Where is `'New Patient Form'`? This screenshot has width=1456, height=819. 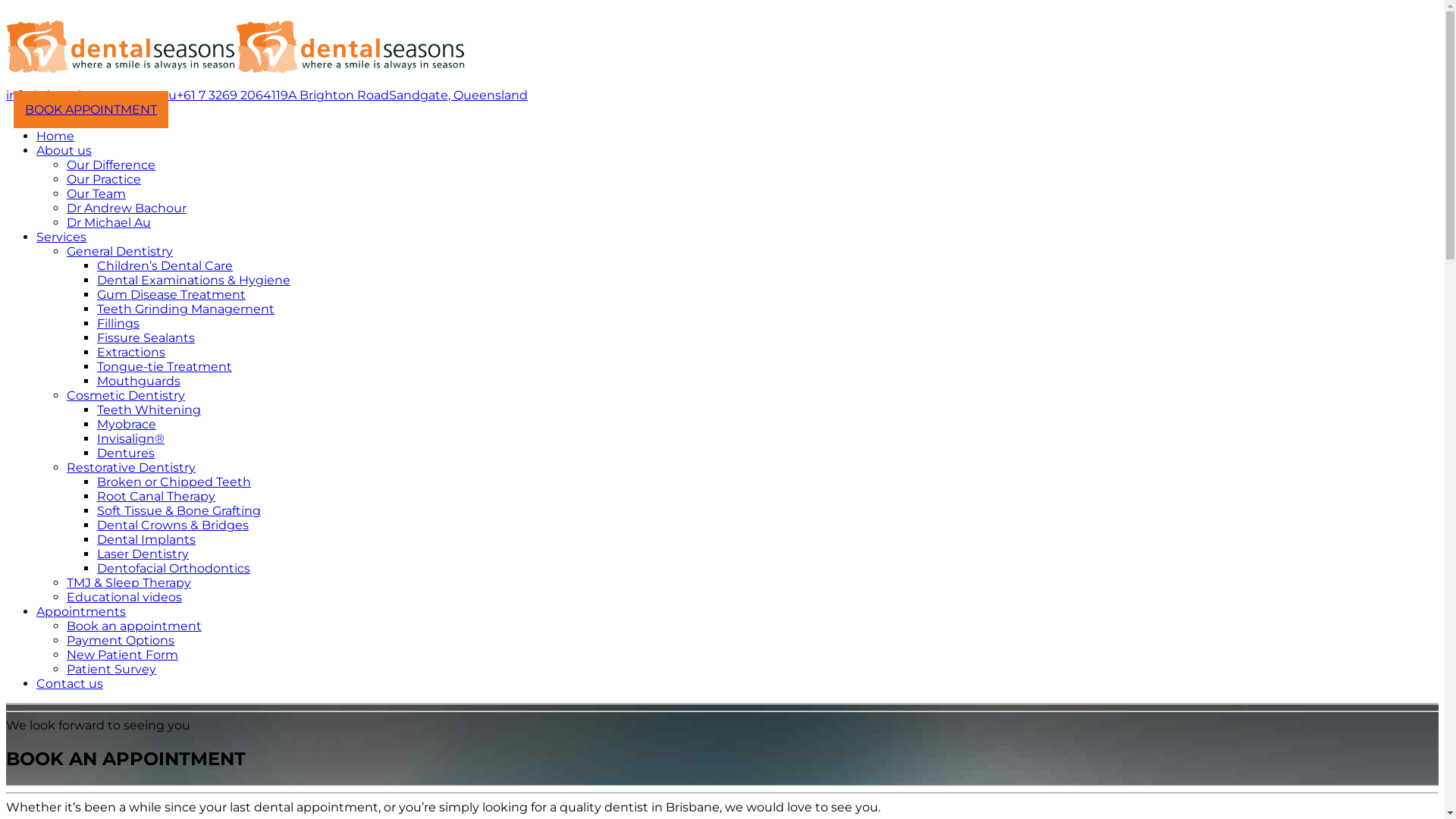 'New Patient Form' is located at coordinates (122, 654).